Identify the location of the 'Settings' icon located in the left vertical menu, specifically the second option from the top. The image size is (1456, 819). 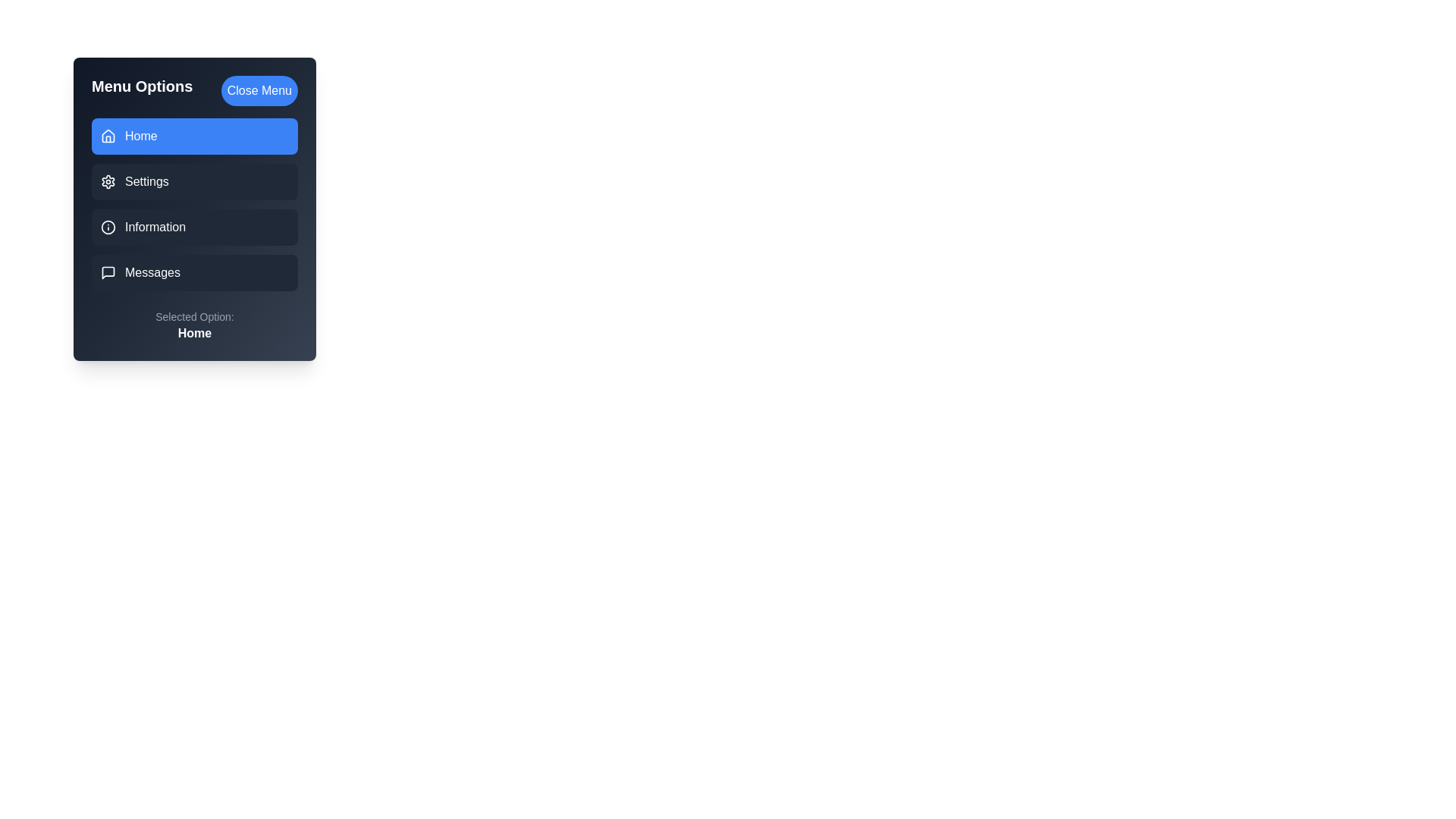
(108, 180).